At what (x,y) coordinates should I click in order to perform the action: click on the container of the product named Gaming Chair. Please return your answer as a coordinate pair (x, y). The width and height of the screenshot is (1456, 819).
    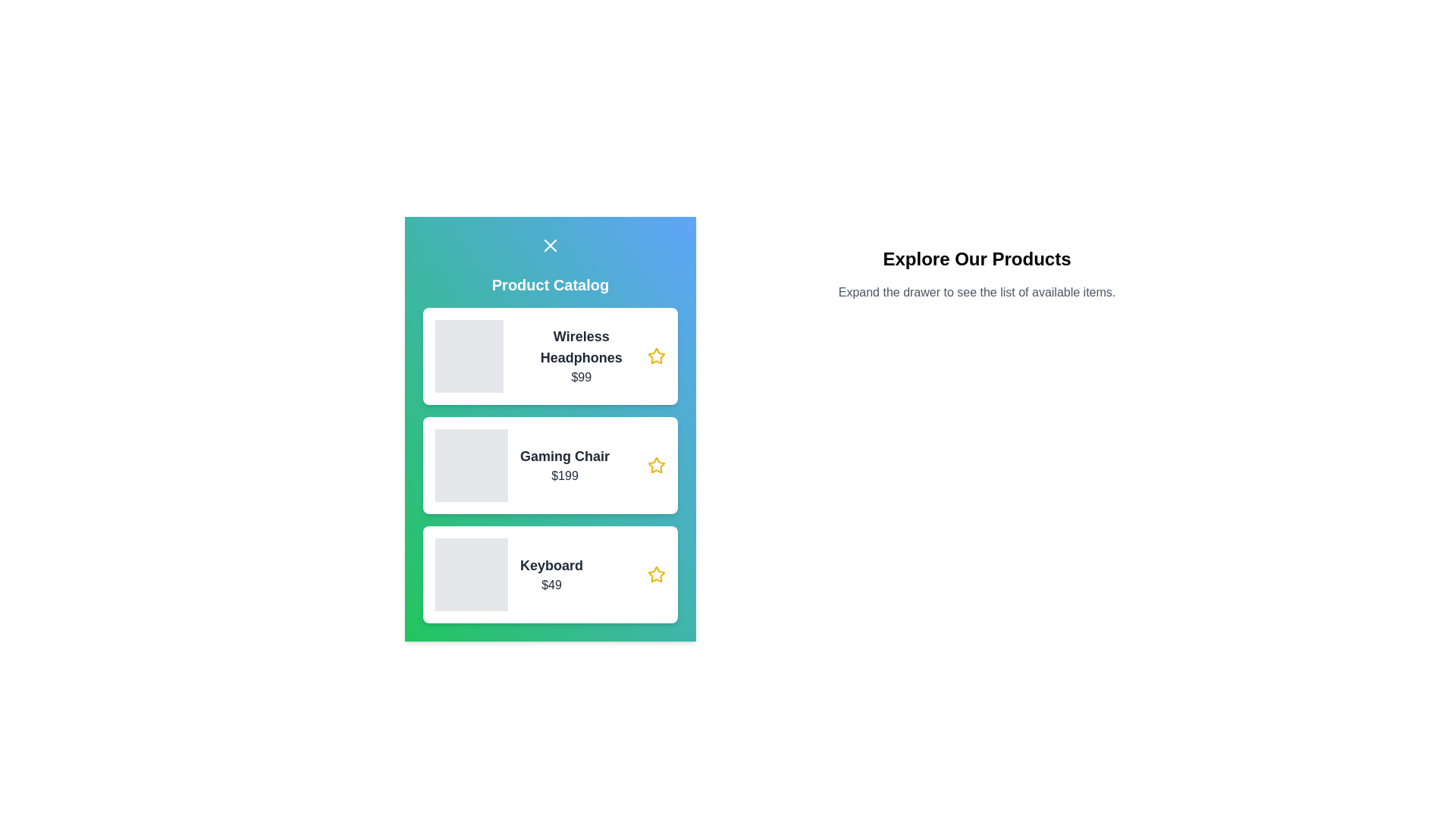
    Looking at the image, I should click on (549, 464).